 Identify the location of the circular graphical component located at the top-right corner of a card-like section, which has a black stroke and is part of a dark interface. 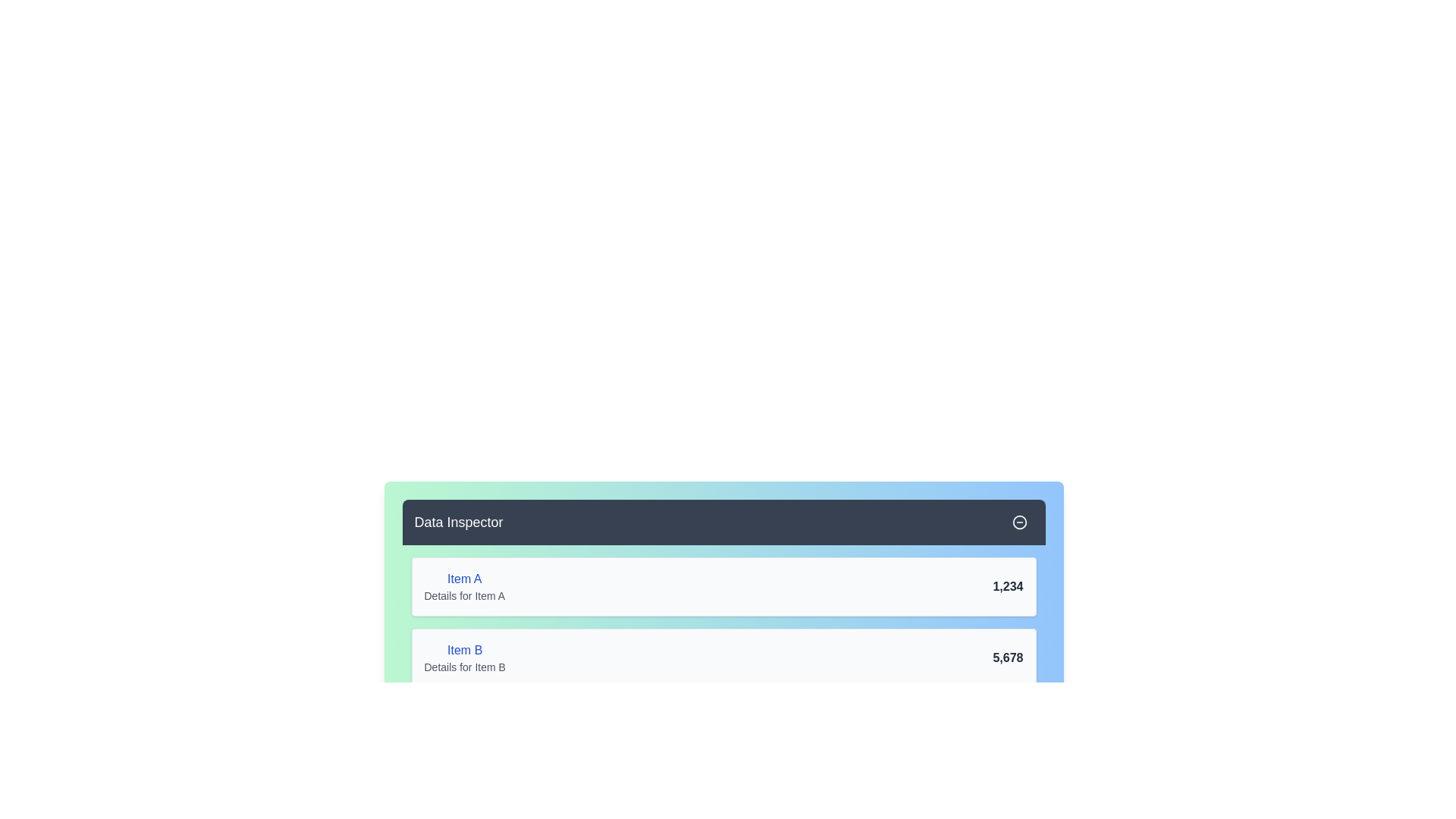
(1019, 522).